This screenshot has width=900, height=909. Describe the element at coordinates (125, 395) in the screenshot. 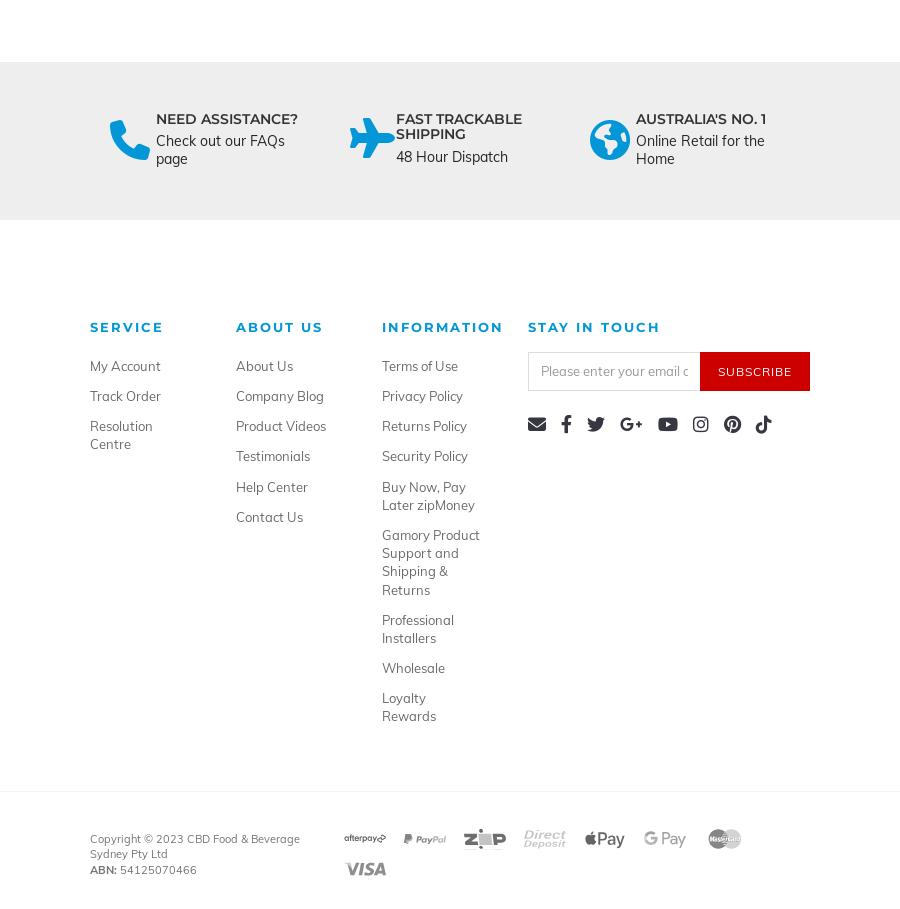

I see `'Track Order'` at that location.